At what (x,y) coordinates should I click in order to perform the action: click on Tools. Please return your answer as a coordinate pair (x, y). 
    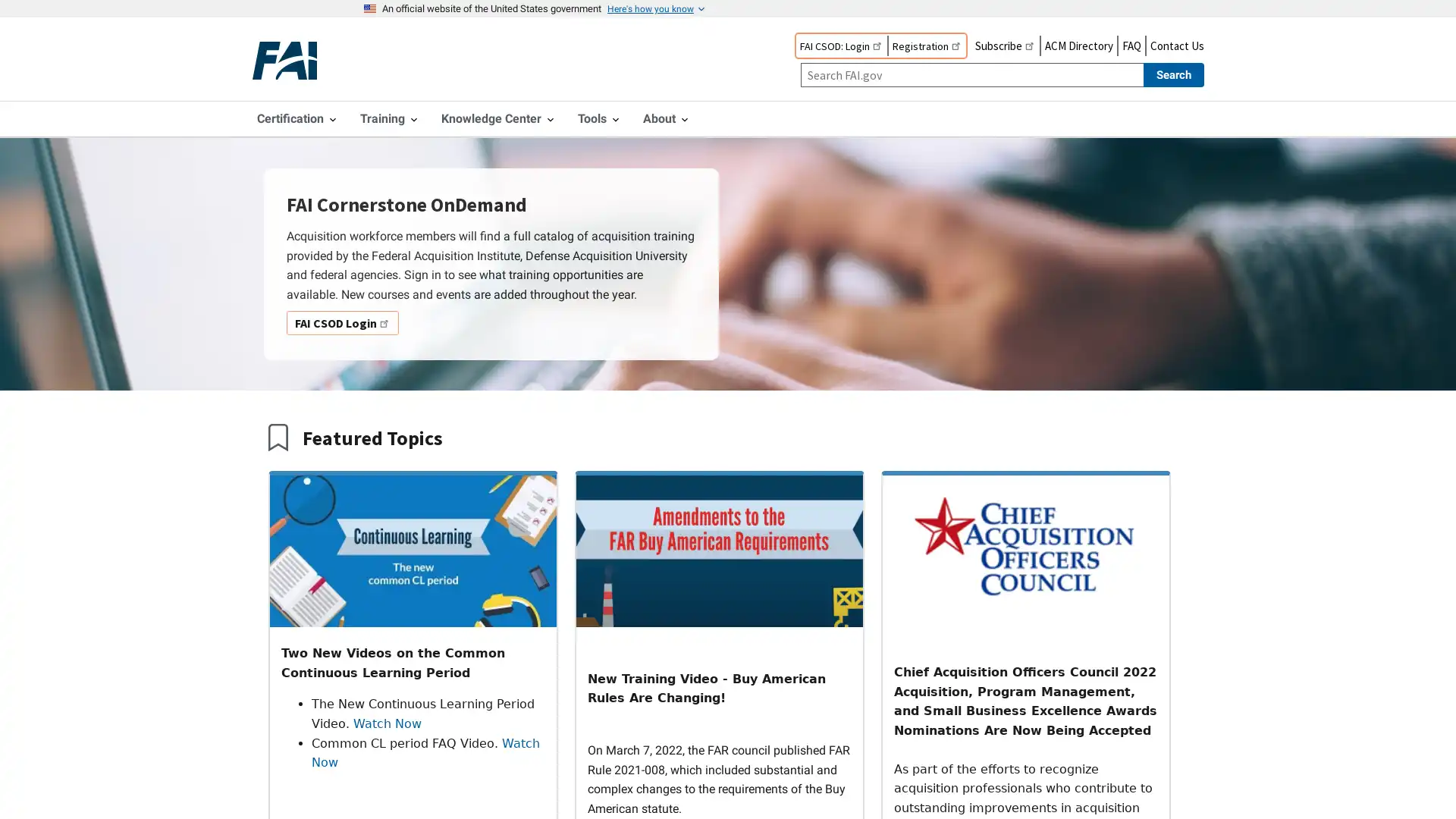
    Looking at the image, I should click on (596, 118).